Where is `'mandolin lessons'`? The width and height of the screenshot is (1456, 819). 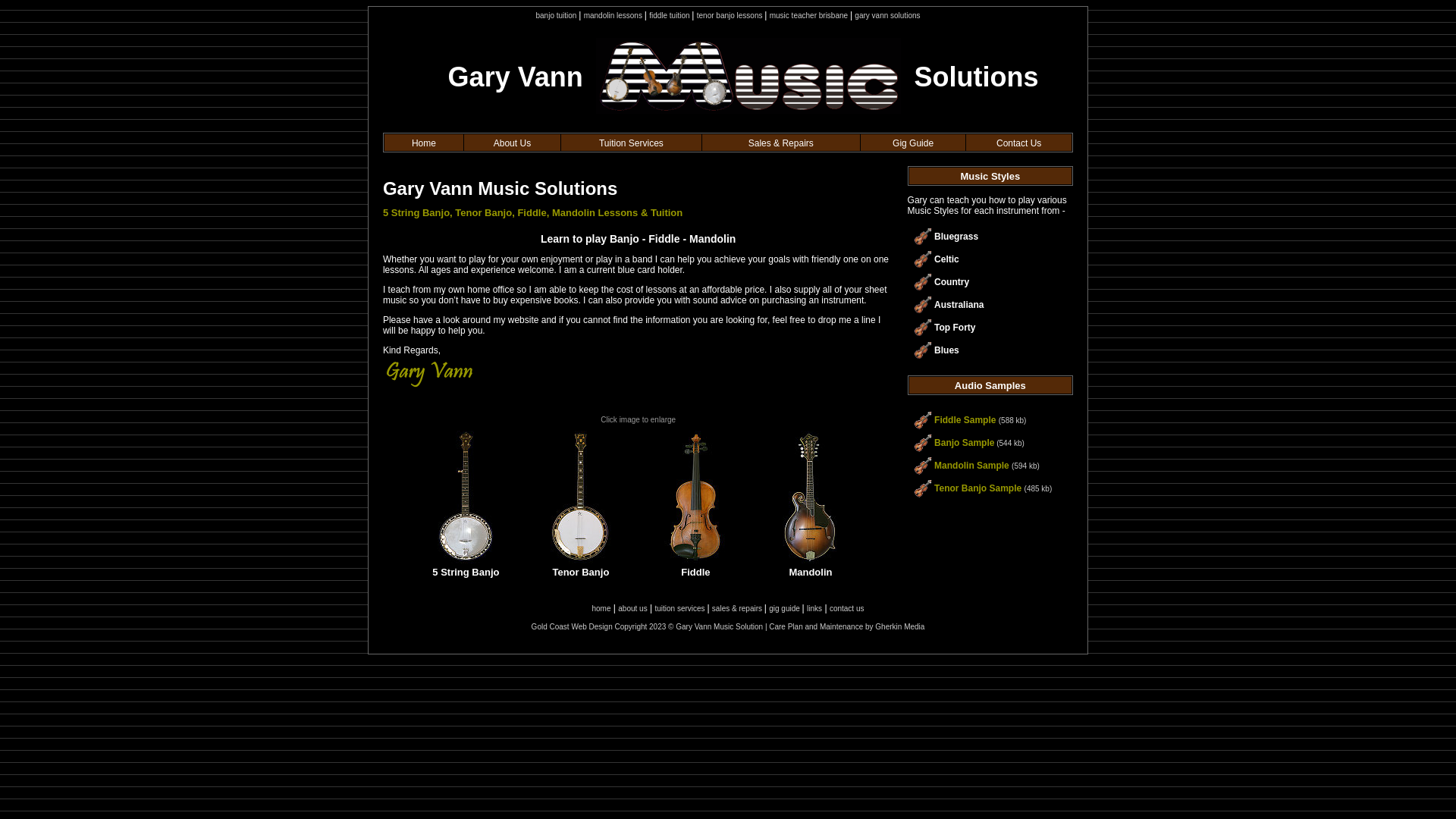
'mandolin lessons' is located at coordinates (614, 15).